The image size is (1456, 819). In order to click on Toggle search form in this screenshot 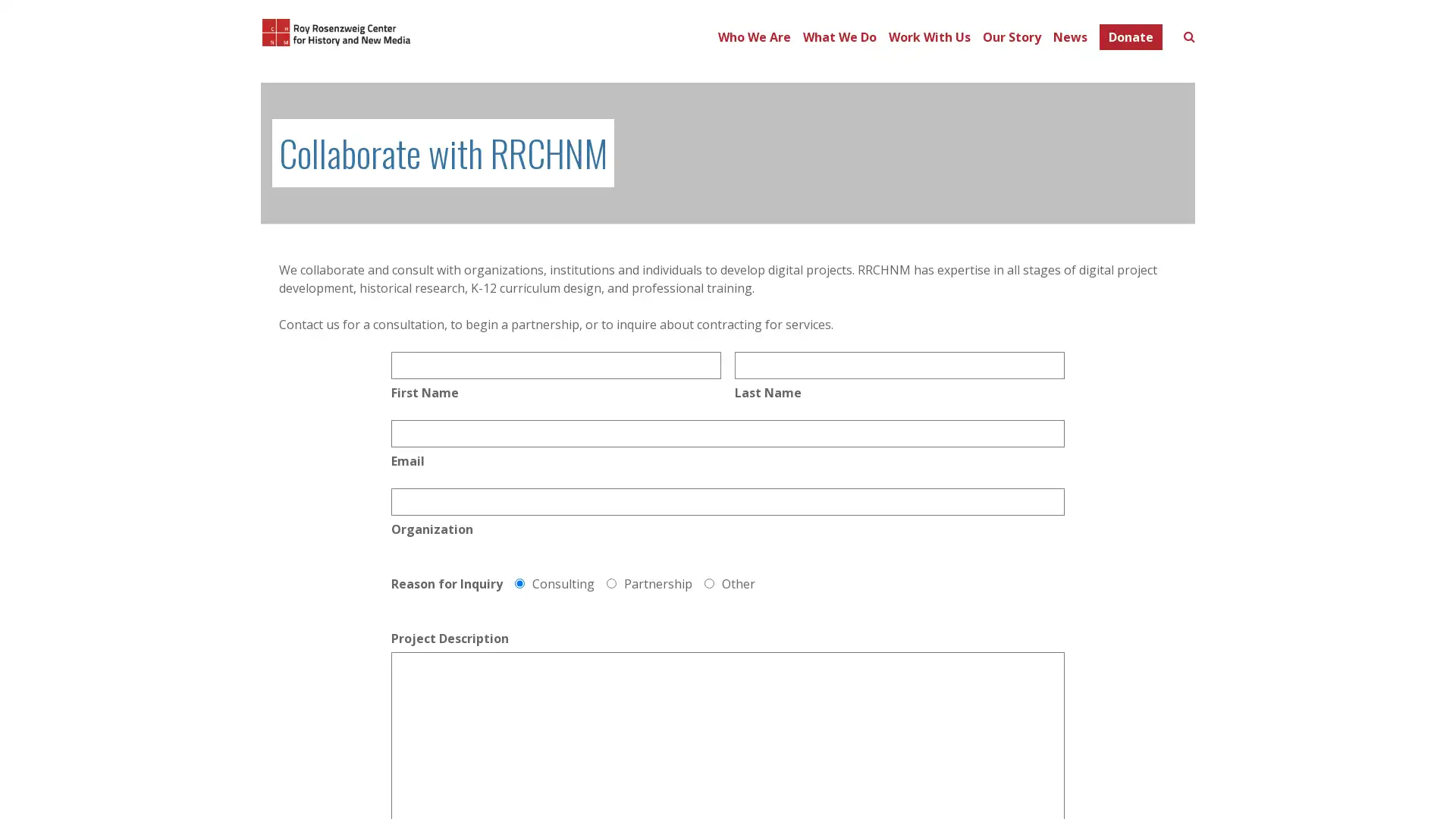, I will do `click(1188, 36)`.